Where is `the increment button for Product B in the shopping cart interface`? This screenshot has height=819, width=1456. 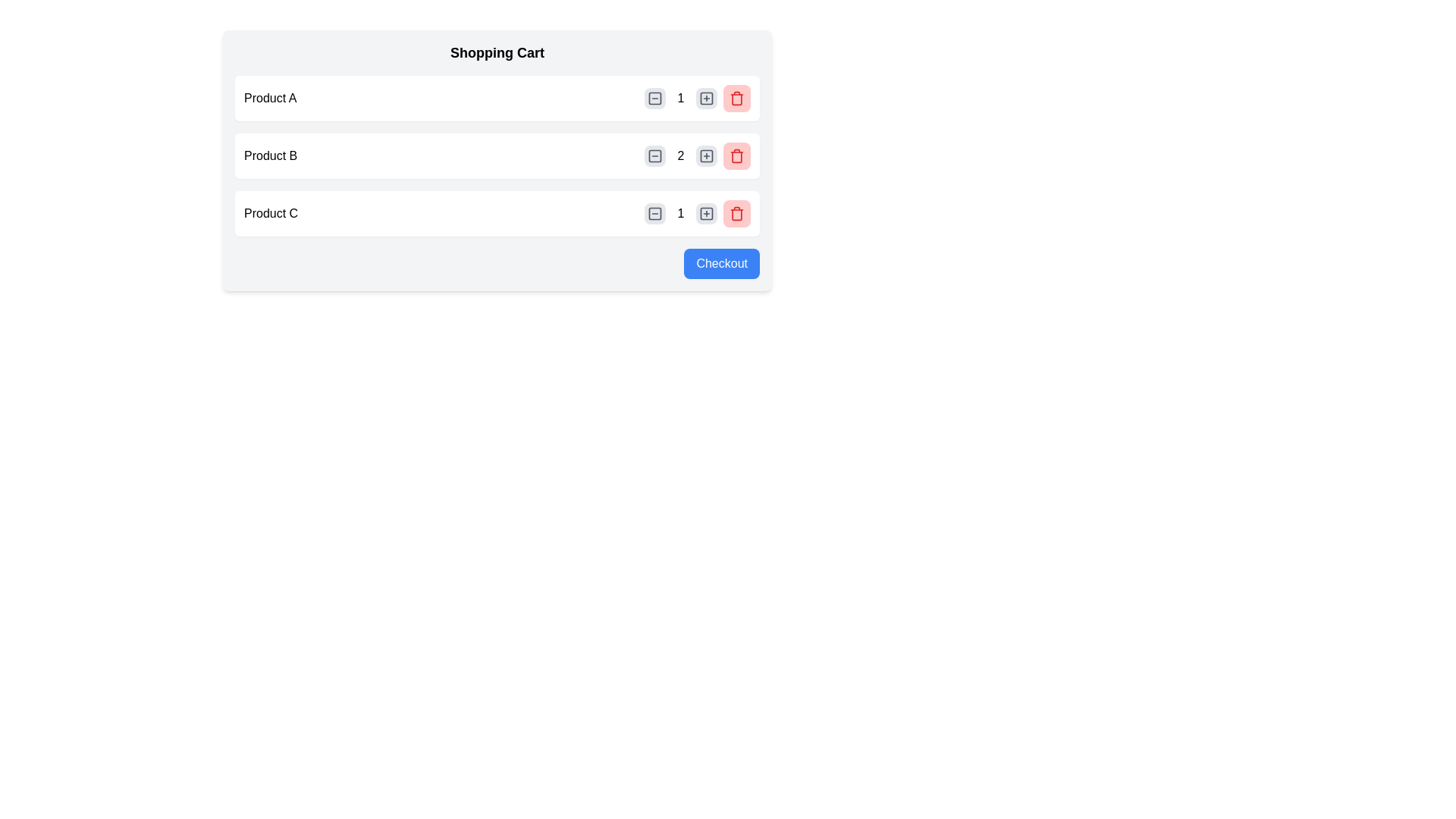
the increment button for Product B in the shopping cart interface is located at coordinates (705, 155).